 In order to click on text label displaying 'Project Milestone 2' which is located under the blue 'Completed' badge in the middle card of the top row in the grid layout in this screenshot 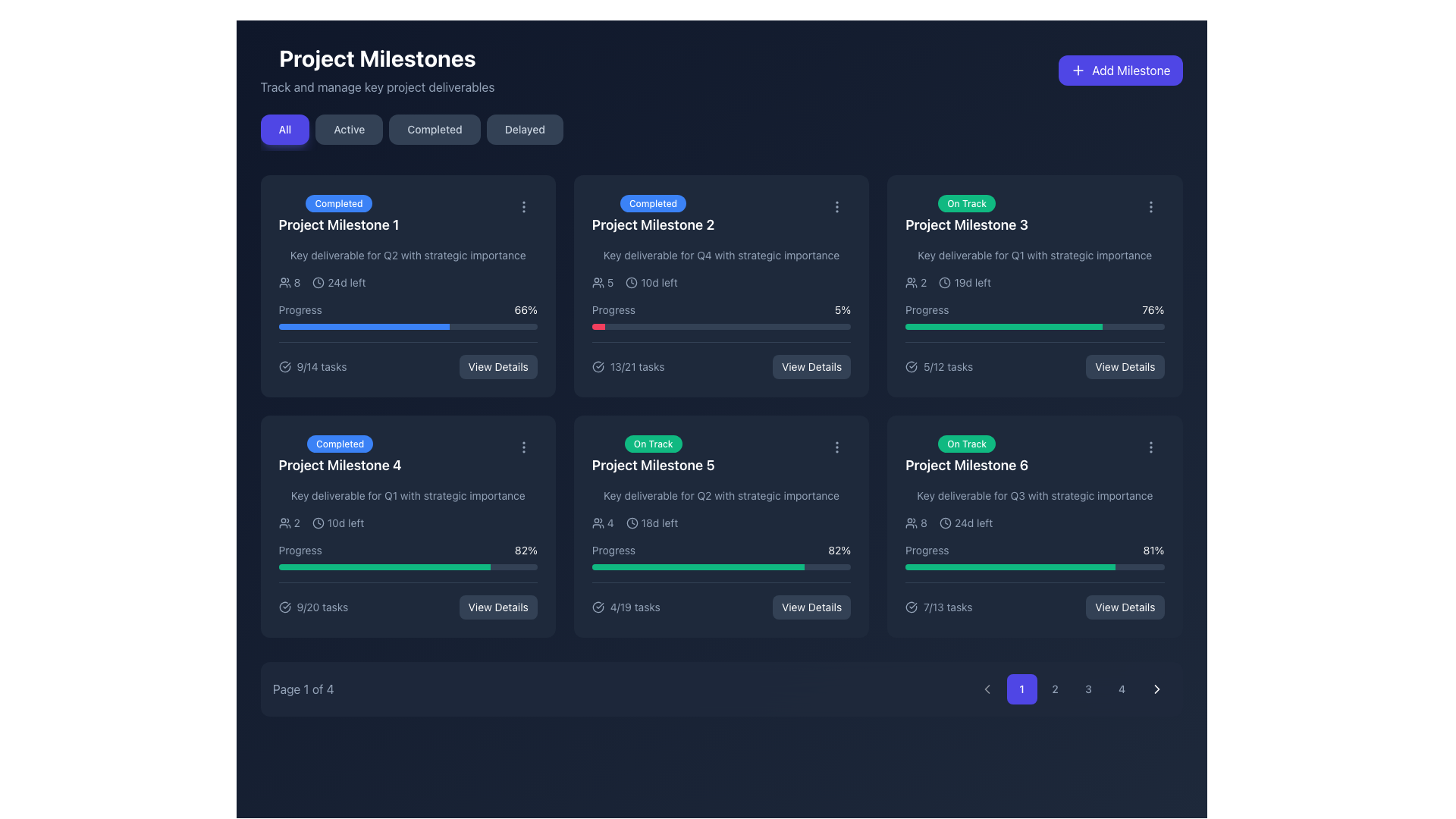, I will do `click(653, 225)`.